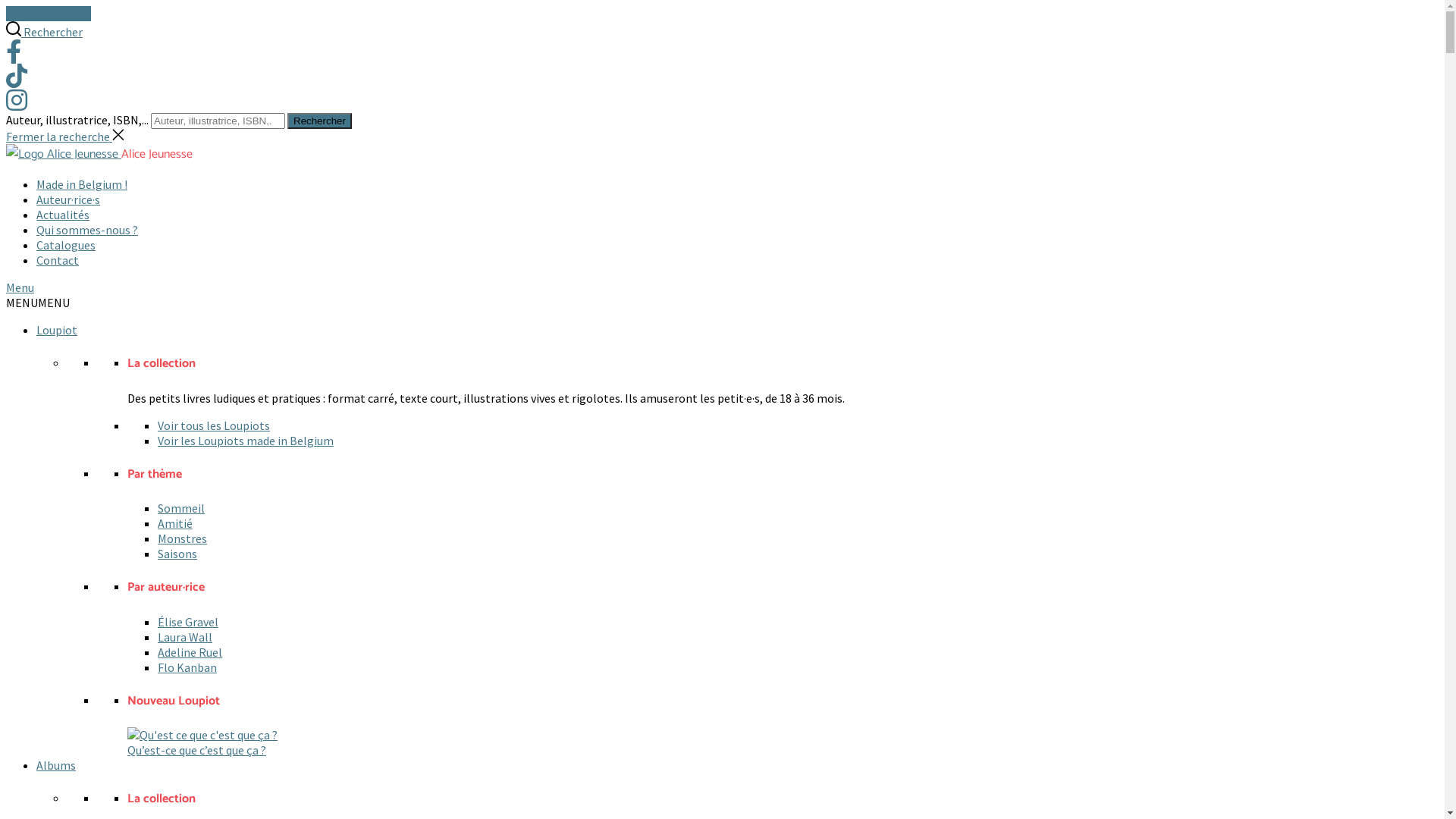  I want to click on 'Monstres', so click(182, 537).